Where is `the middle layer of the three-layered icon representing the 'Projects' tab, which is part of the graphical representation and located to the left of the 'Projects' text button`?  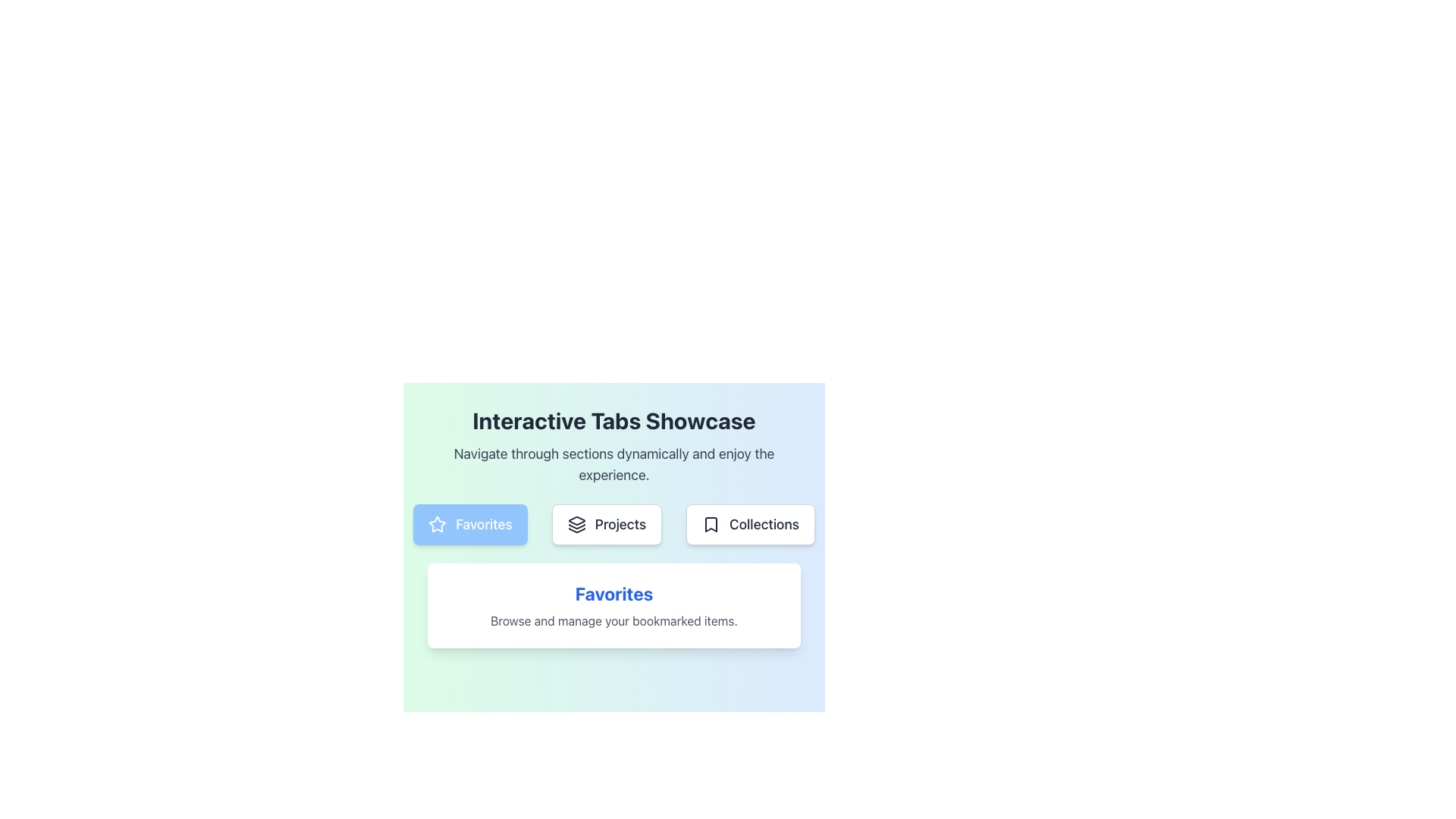 the middle layer of the three-layered icon representing the 'Projects' tab, which is part of the graphical representation and located to the left of the 'Projects' text button is located at coordinates (576, 526).